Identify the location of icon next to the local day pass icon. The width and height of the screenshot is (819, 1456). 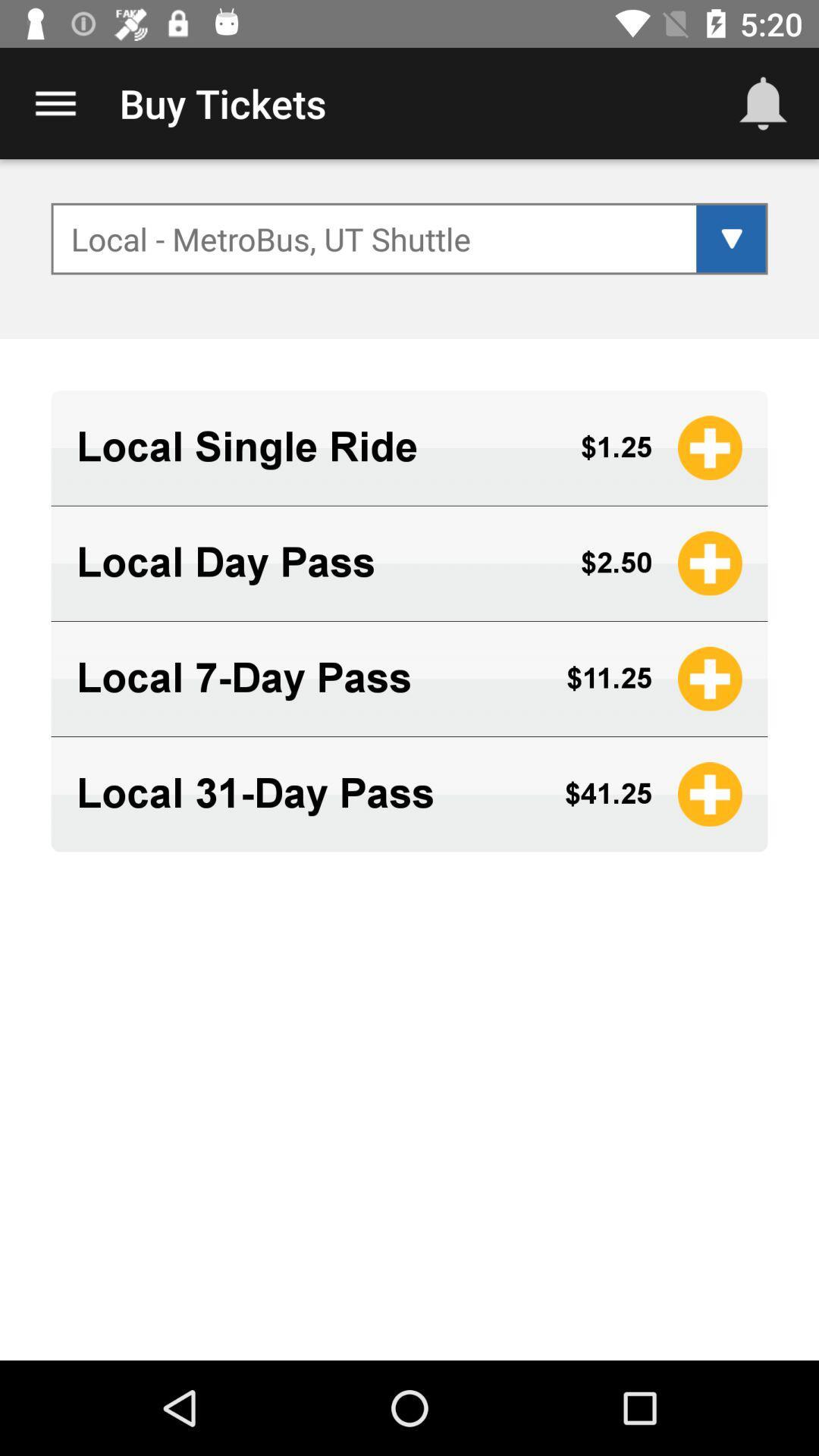
(617, 563).